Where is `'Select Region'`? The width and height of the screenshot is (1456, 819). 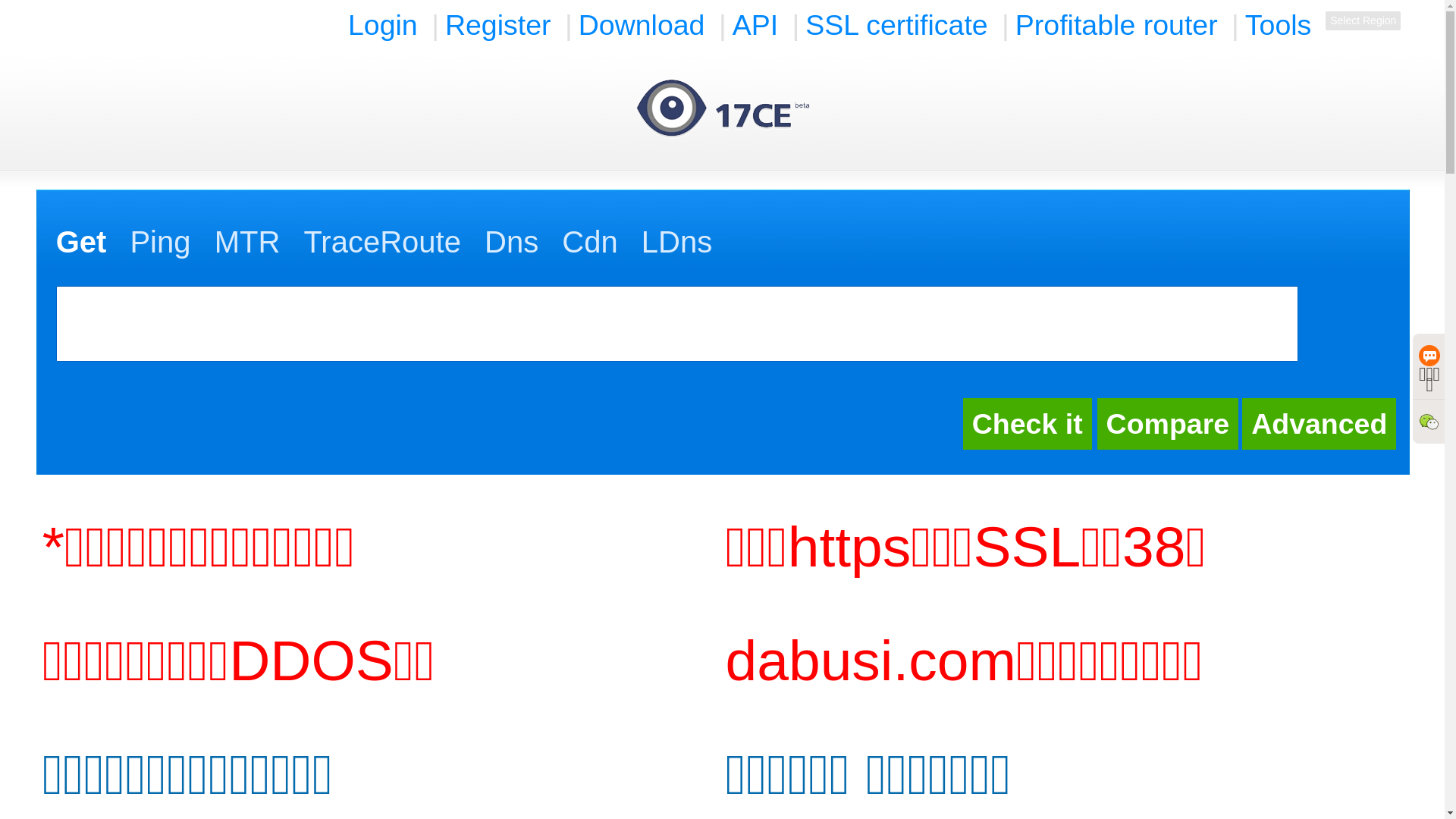
'Select Region' is located at coordinates (1363, 20).